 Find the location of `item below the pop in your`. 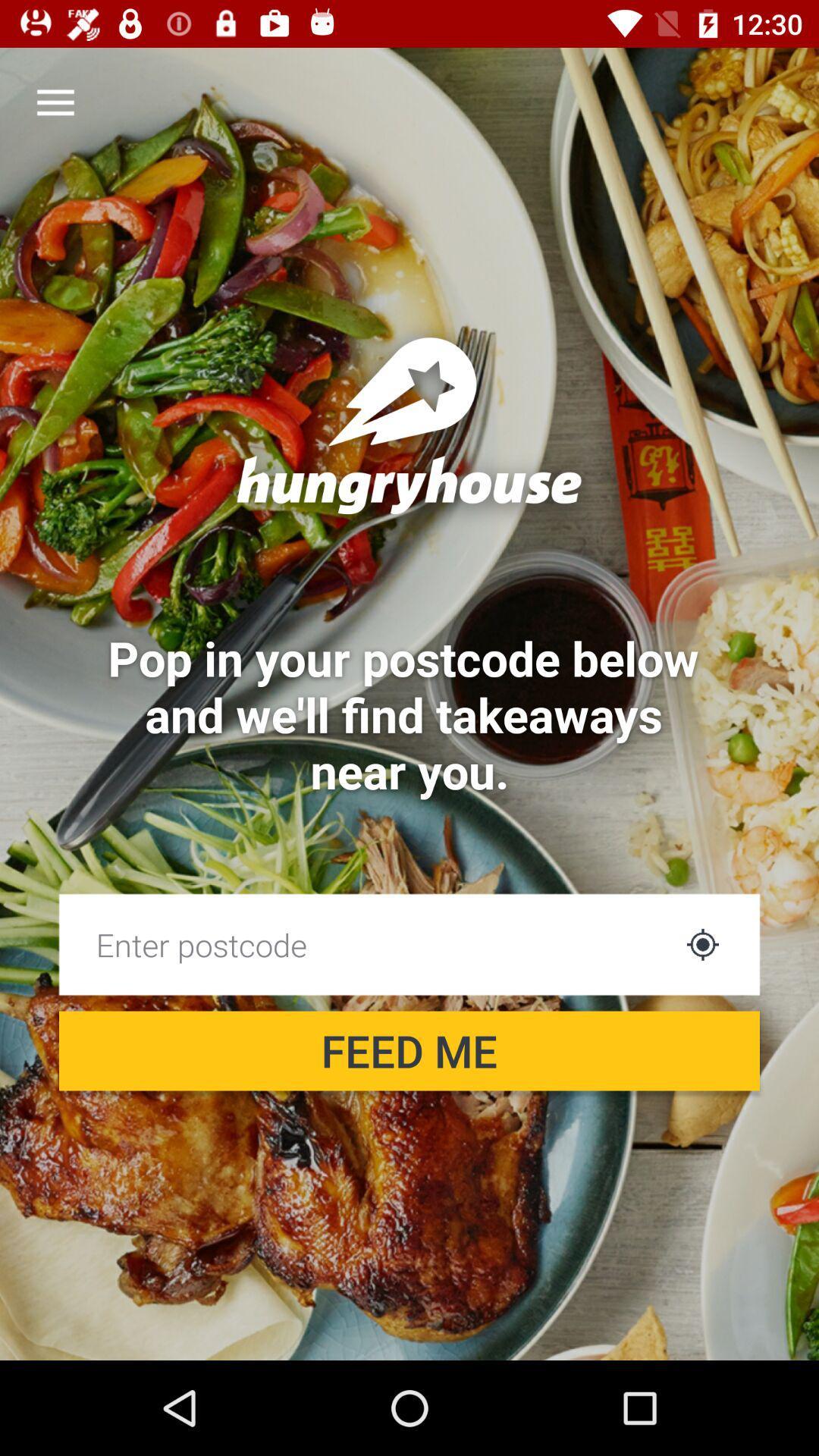

item below the pop in your is located at coordinates (366, 943).